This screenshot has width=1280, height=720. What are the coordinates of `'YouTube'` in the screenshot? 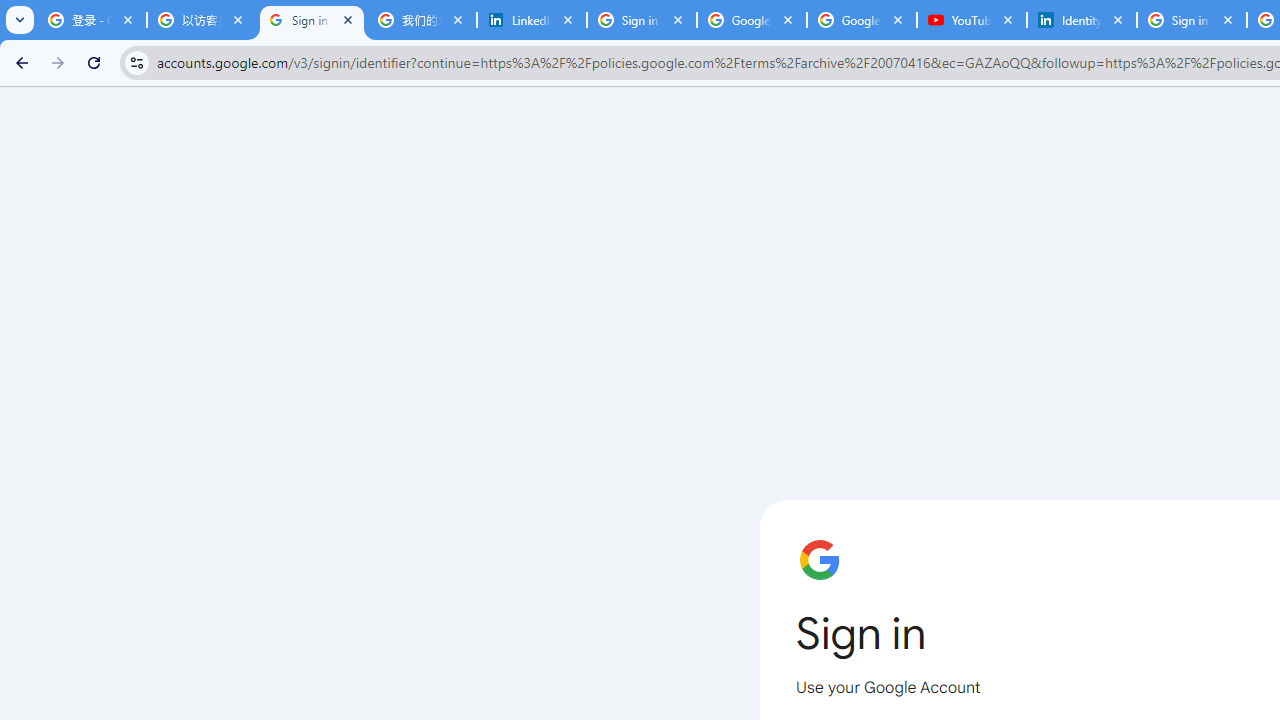 It's located at (971, 20).